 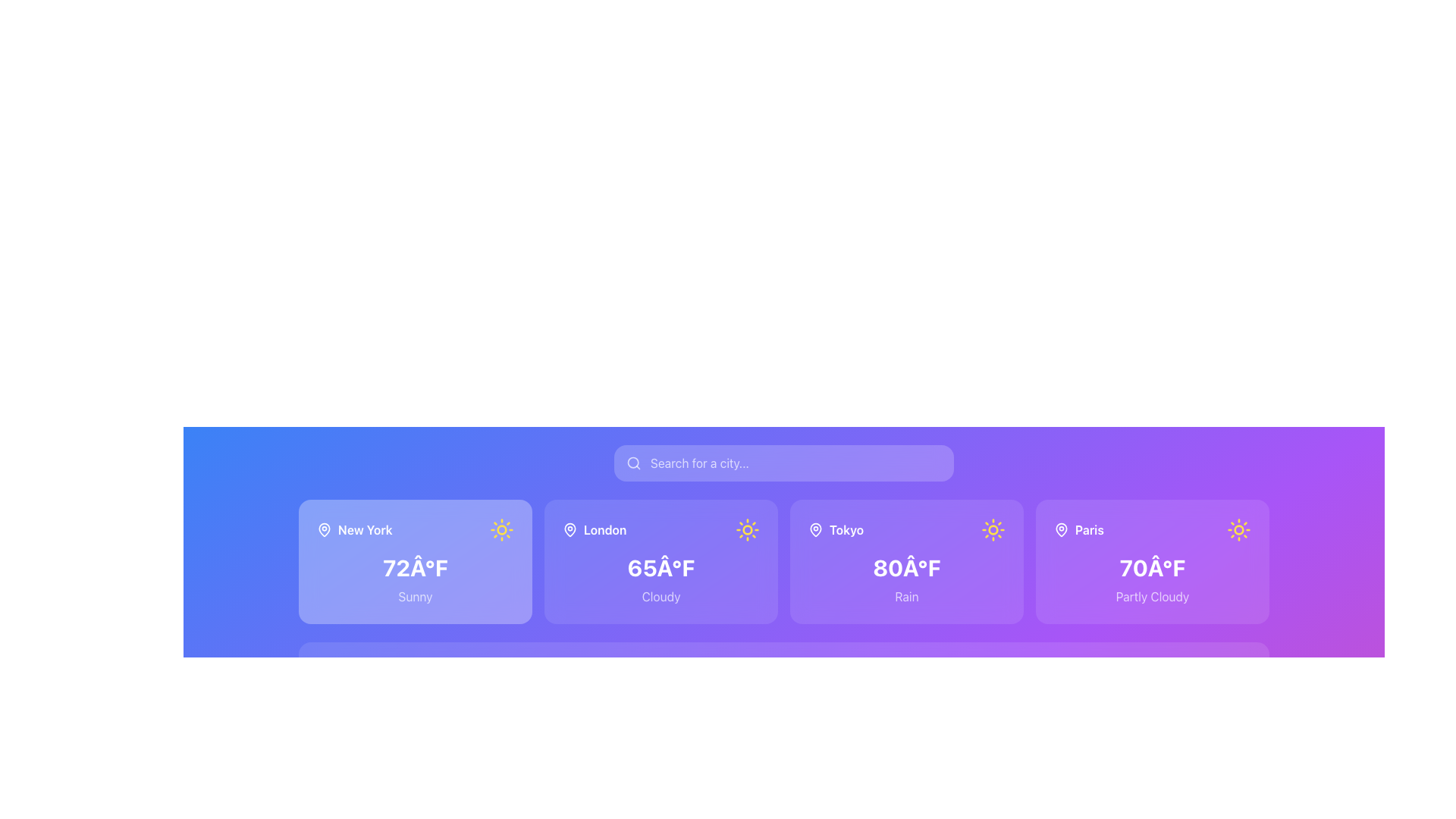 I want to click on the bold white text label reading '80Â°F' which is centrally located in the Tokyo card of the horizontal list, so click(x=906, y=567).